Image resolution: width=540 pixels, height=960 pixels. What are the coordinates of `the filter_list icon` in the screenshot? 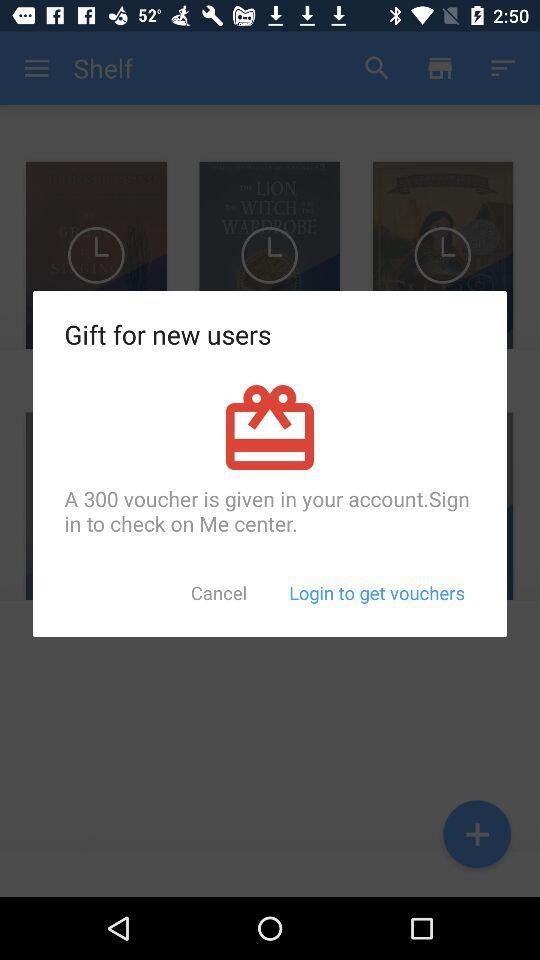 It's located at (502, 68).